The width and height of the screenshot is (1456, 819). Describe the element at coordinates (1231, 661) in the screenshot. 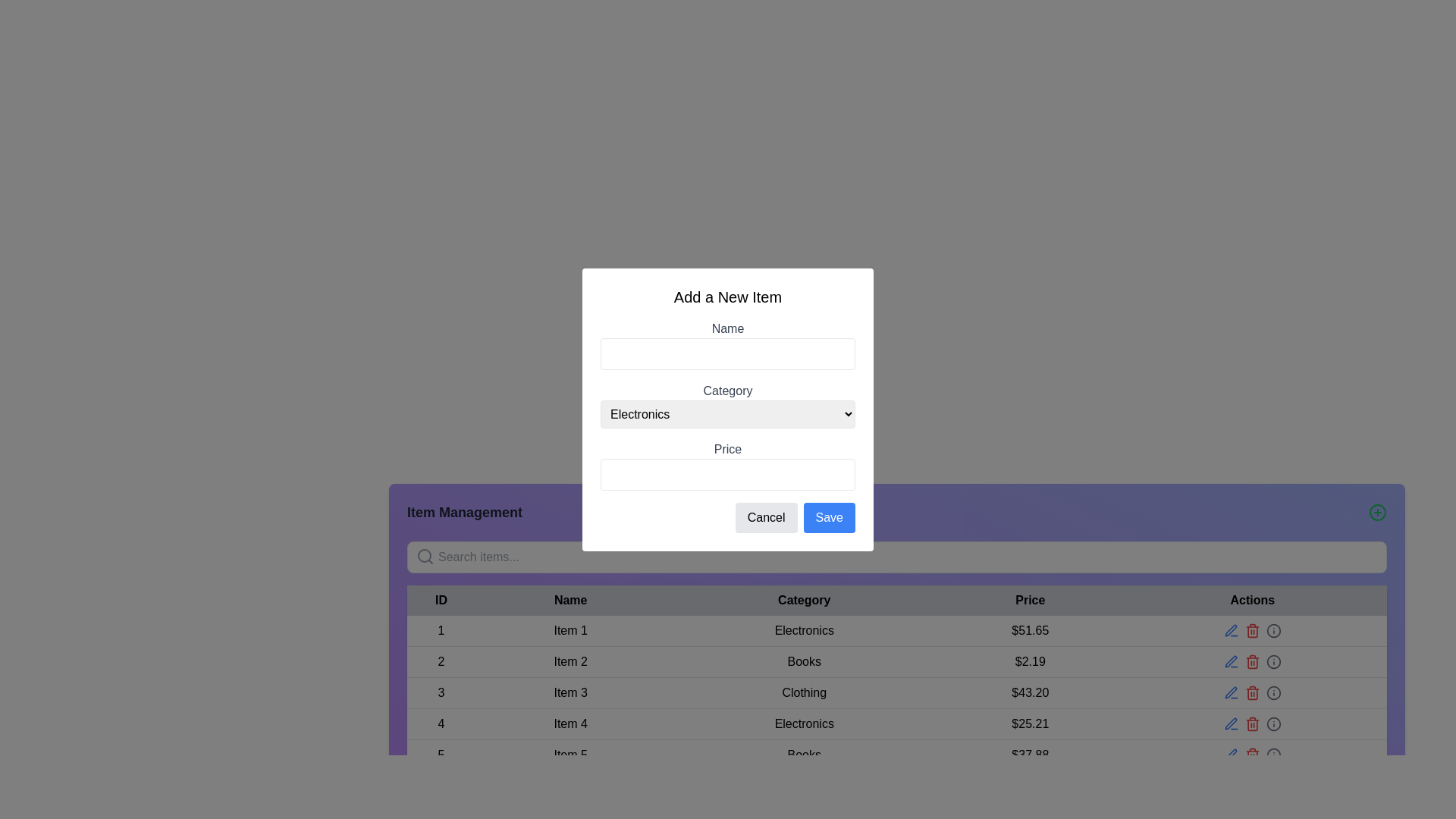

I see `the pen/editing icon located in the first position of the actions column for the item priced at $2.19 in the second row of the table to initiate an edit action` at that location.